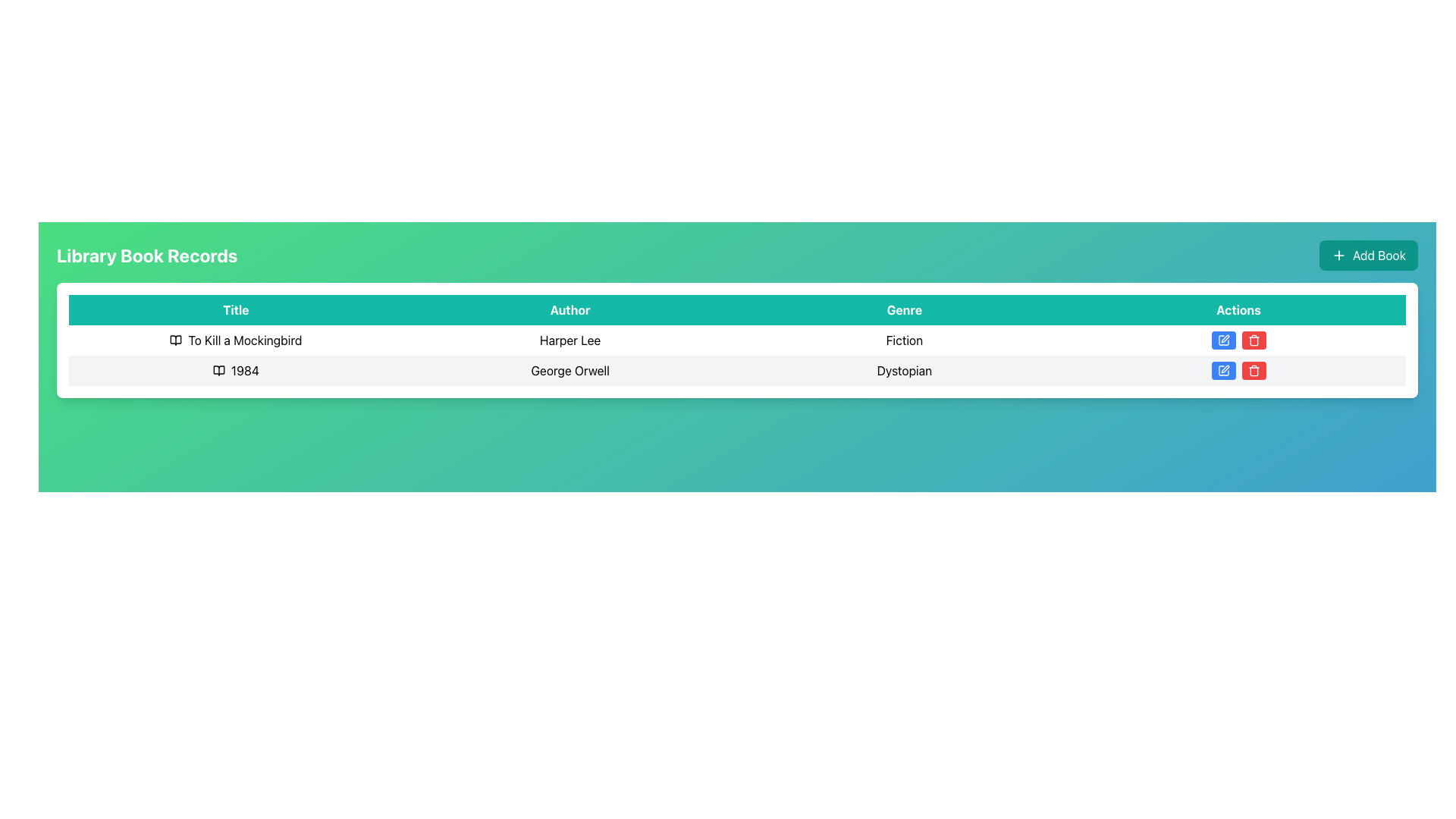 The image size is (1456, 819). I want to click on the text 'To Kill a Mockingbird' in the first row of the table under the 'Title' column, so click(235, 339).